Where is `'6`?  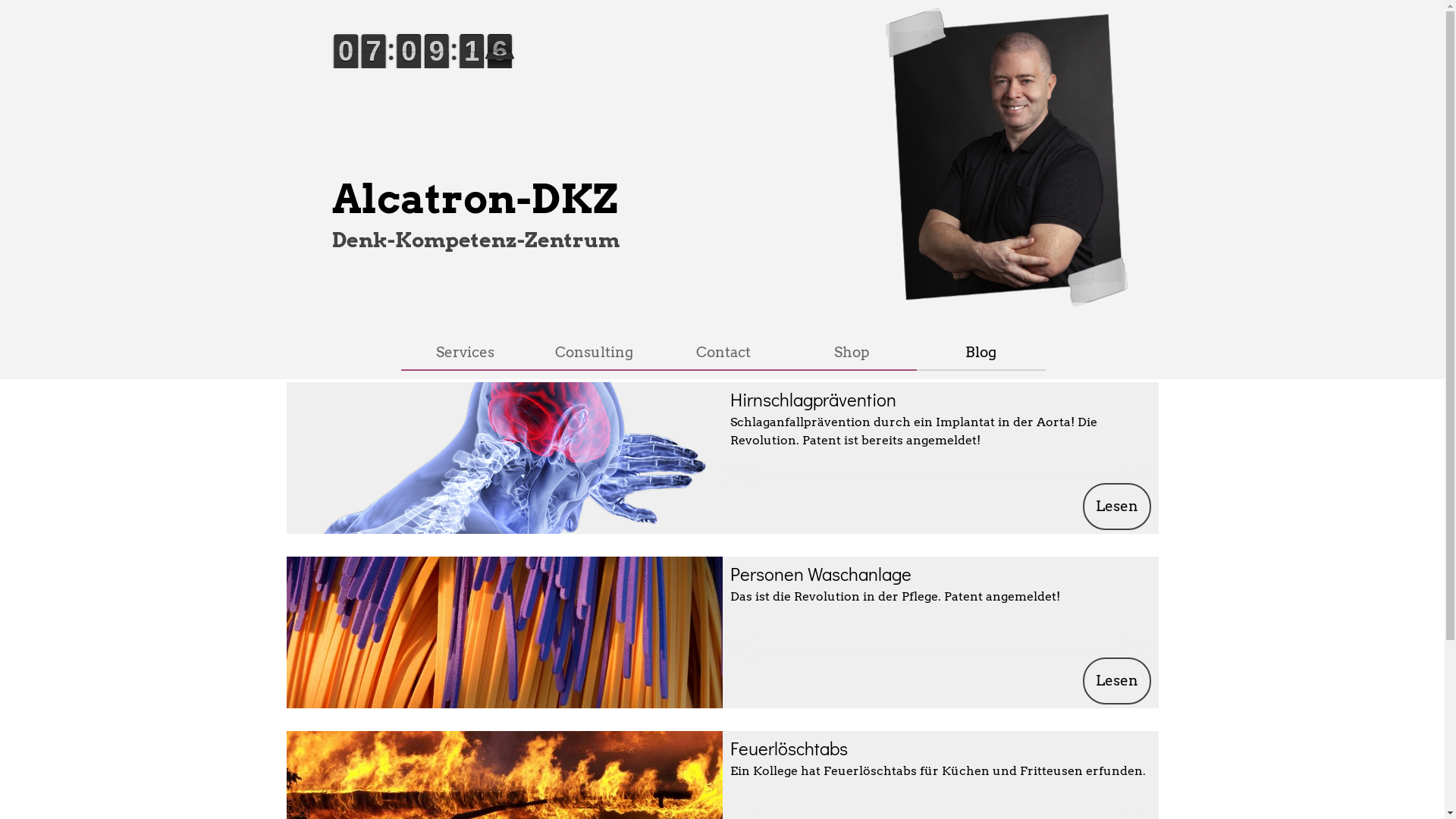 '6 is located at coordinates (383, 69).